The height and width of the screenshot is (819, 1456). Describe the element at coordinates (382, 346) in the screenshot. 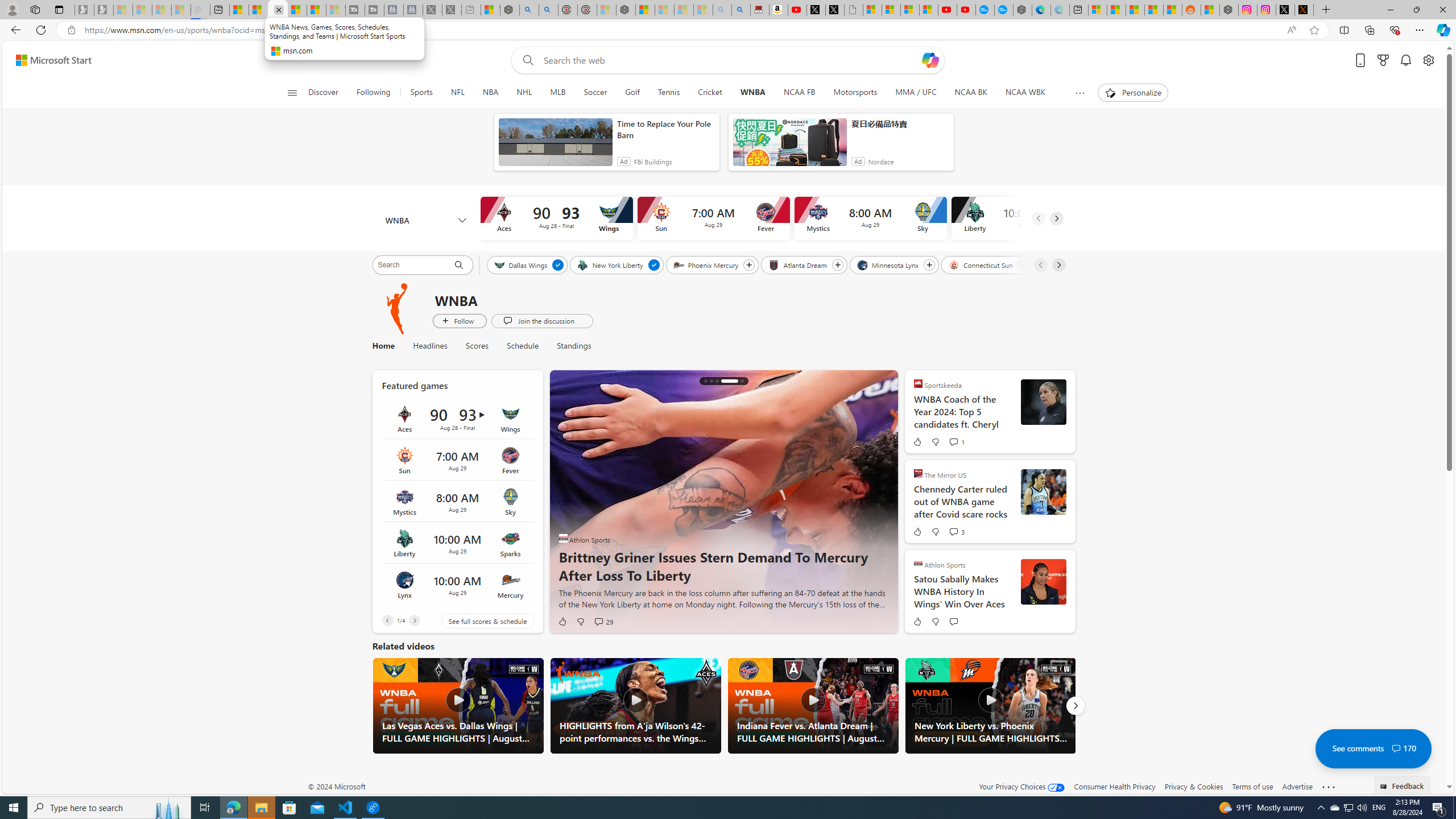

I see `'Home'` at that location.